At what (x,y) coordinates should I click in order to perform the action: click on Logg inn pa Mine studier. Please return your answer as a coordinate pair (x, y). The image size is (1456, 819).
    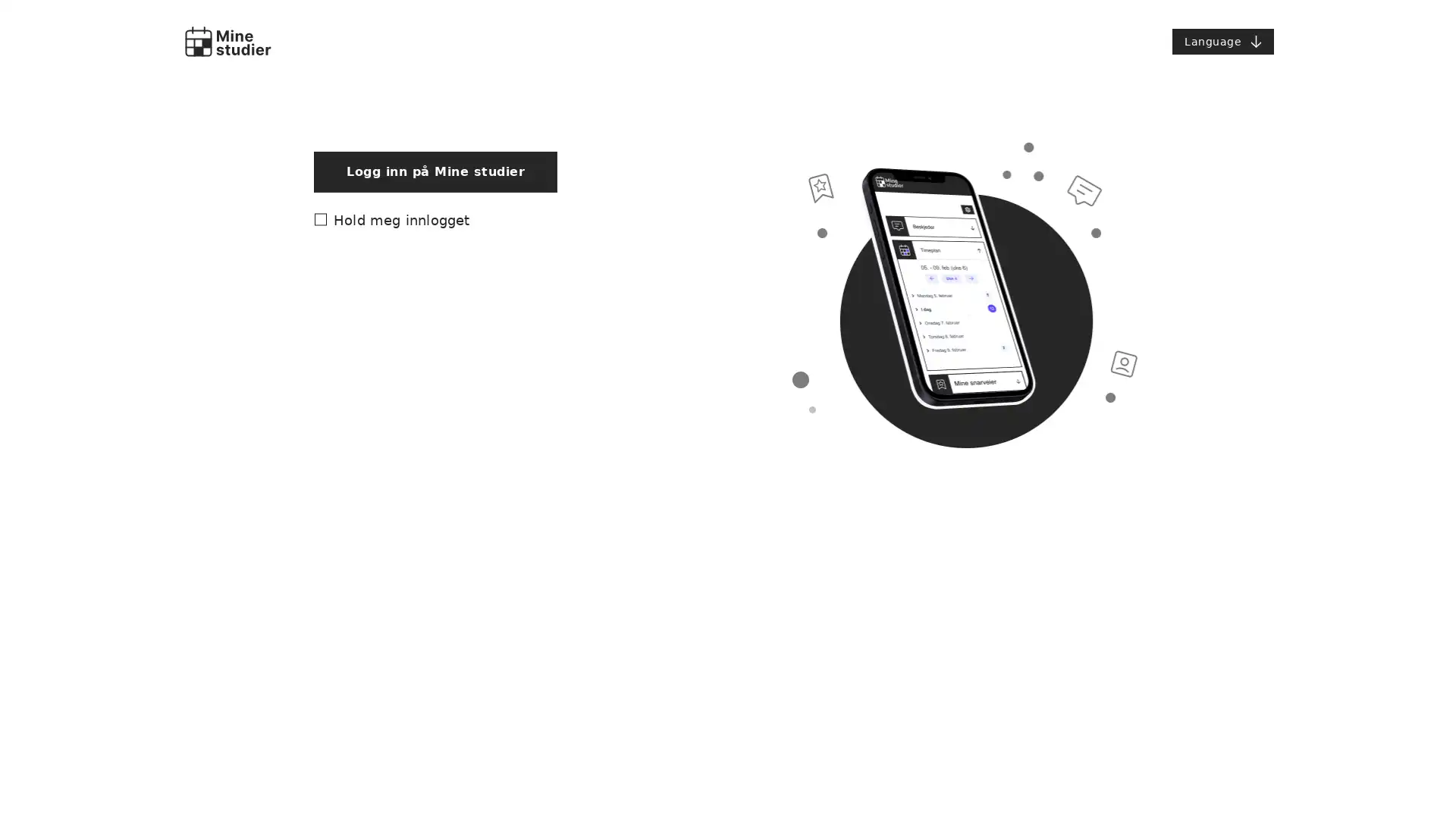
    Looking at the image, I should click on (435, 488).